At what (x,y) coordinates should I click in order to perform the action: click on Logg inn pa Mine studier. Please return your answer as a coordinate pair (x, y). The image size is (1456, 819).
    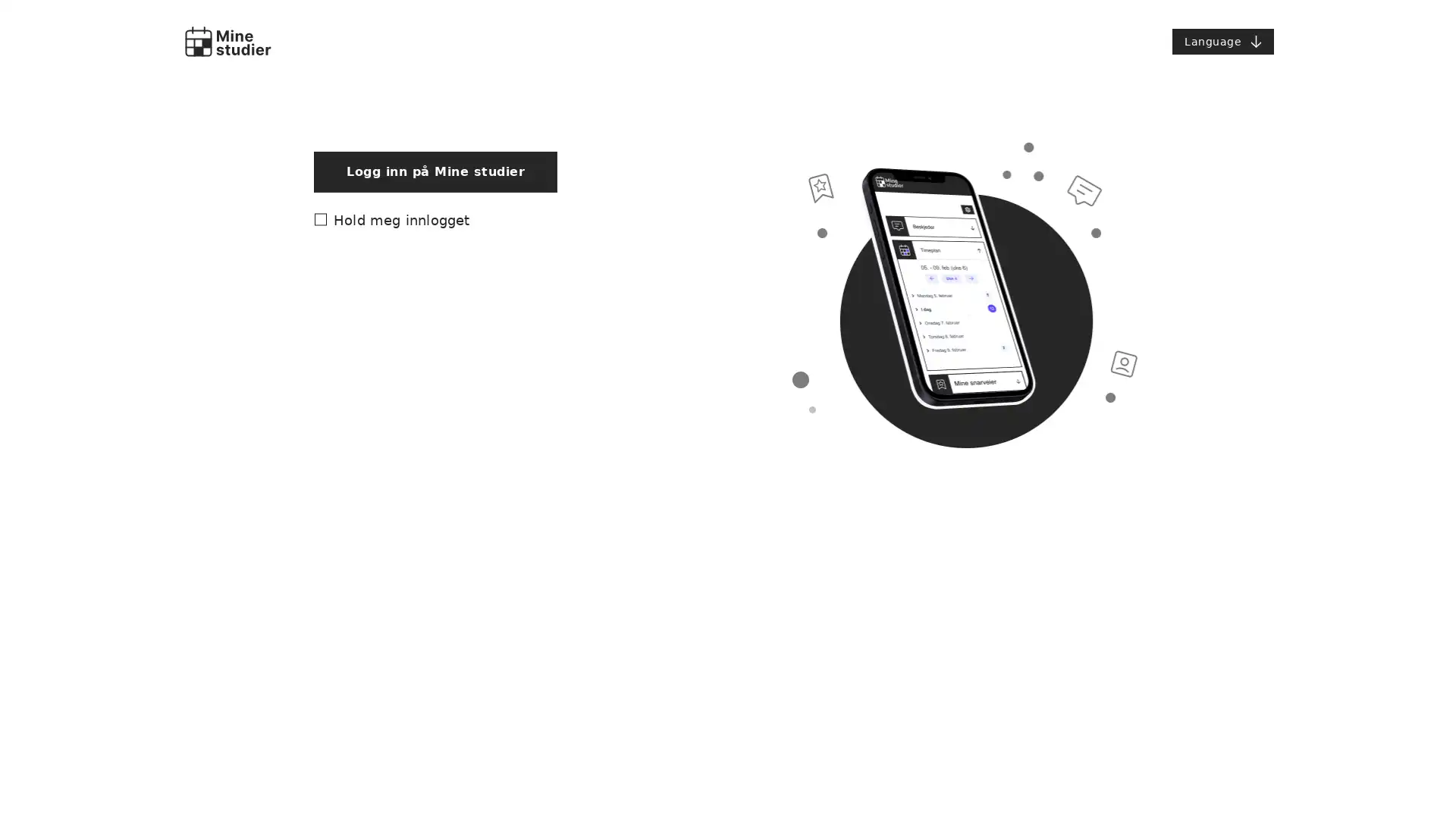
    Looking at the image, I should click on (435, 488).